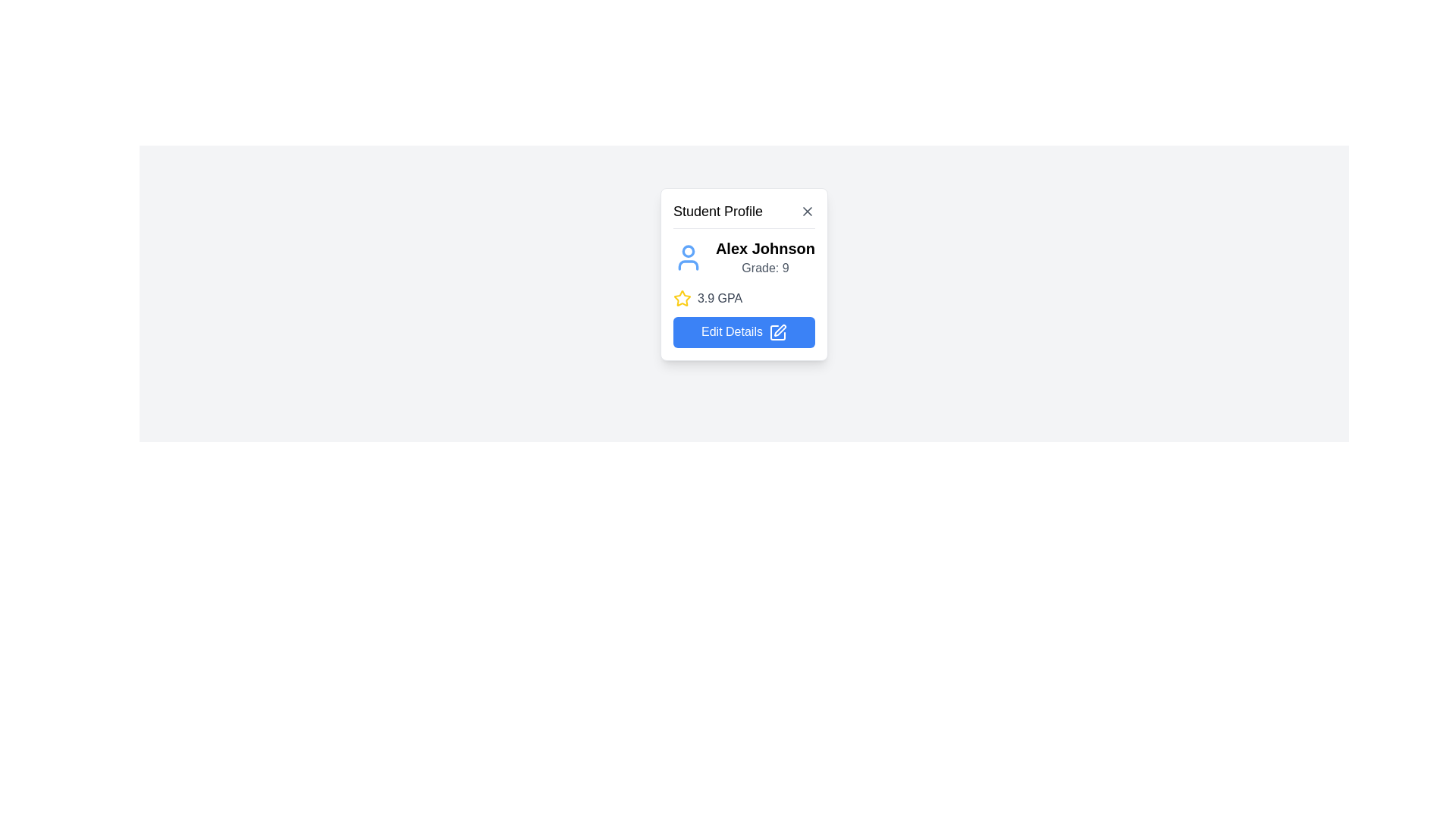  I want to click on the pen-shaped icon located at the bottom section of the visible card layout, which is positioned at the far right of the blue 'Edit Details' button, so click(779, 329).